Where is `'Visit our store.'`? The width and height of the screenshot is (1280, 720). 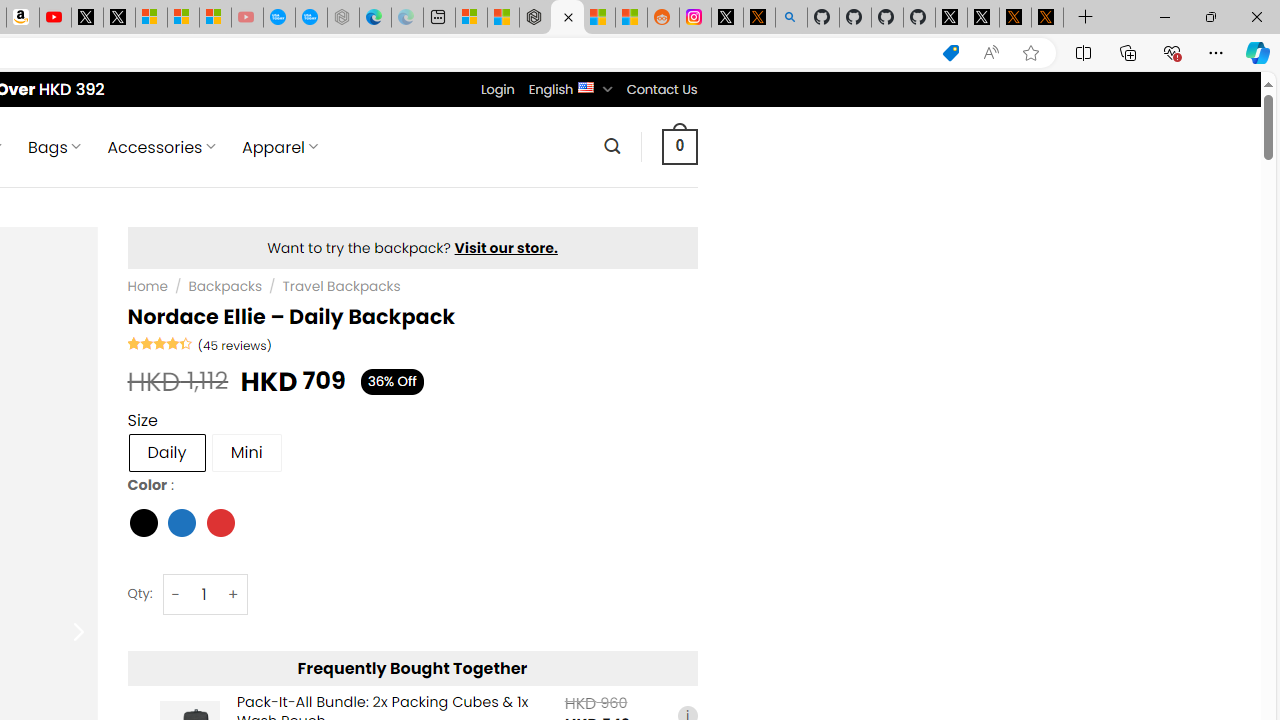 'Visit our store.' is located at coordinates (506, 247).